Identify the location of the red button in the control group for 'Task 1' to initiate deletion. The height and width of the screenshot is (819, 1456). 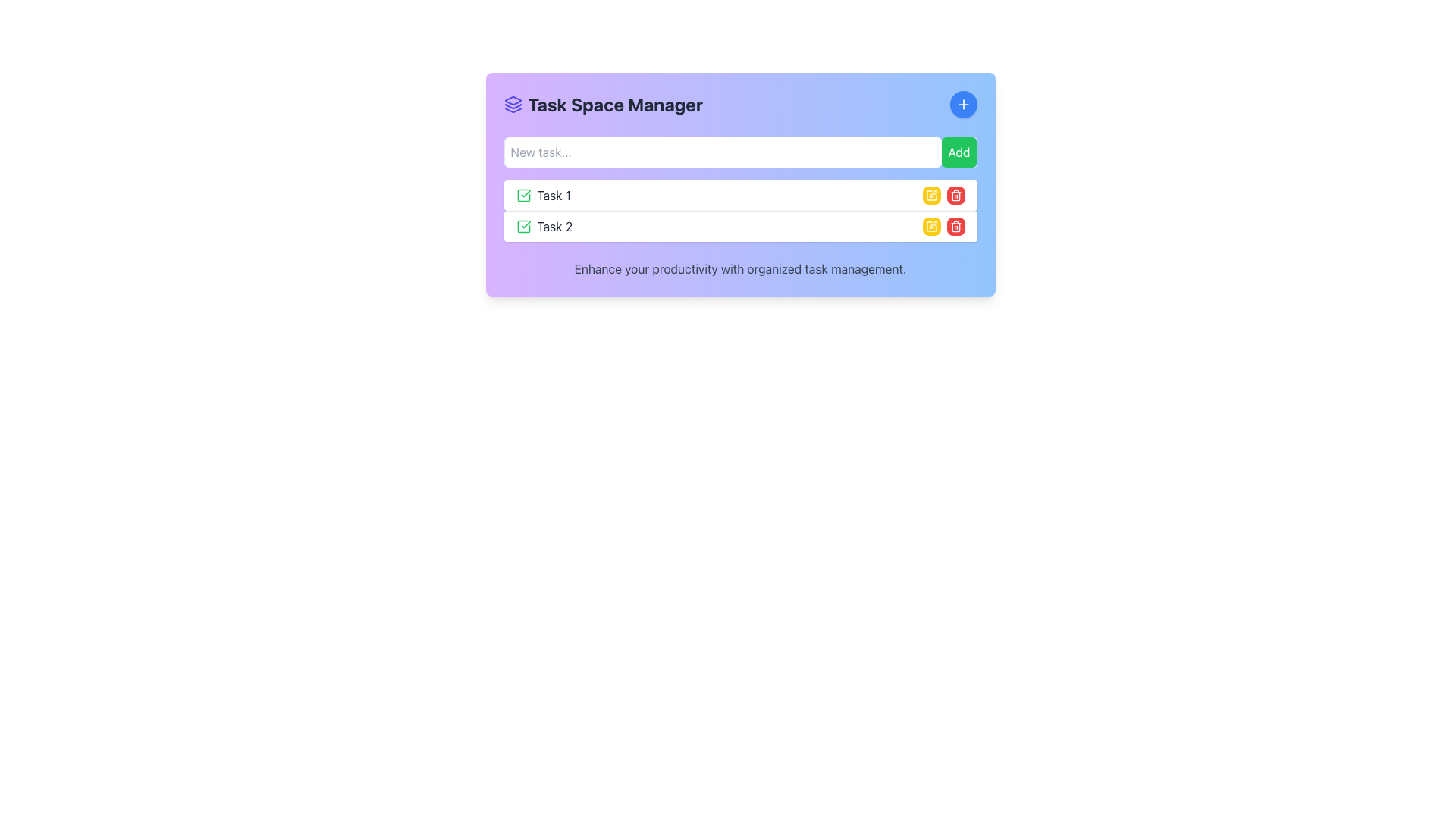
(943, 195).